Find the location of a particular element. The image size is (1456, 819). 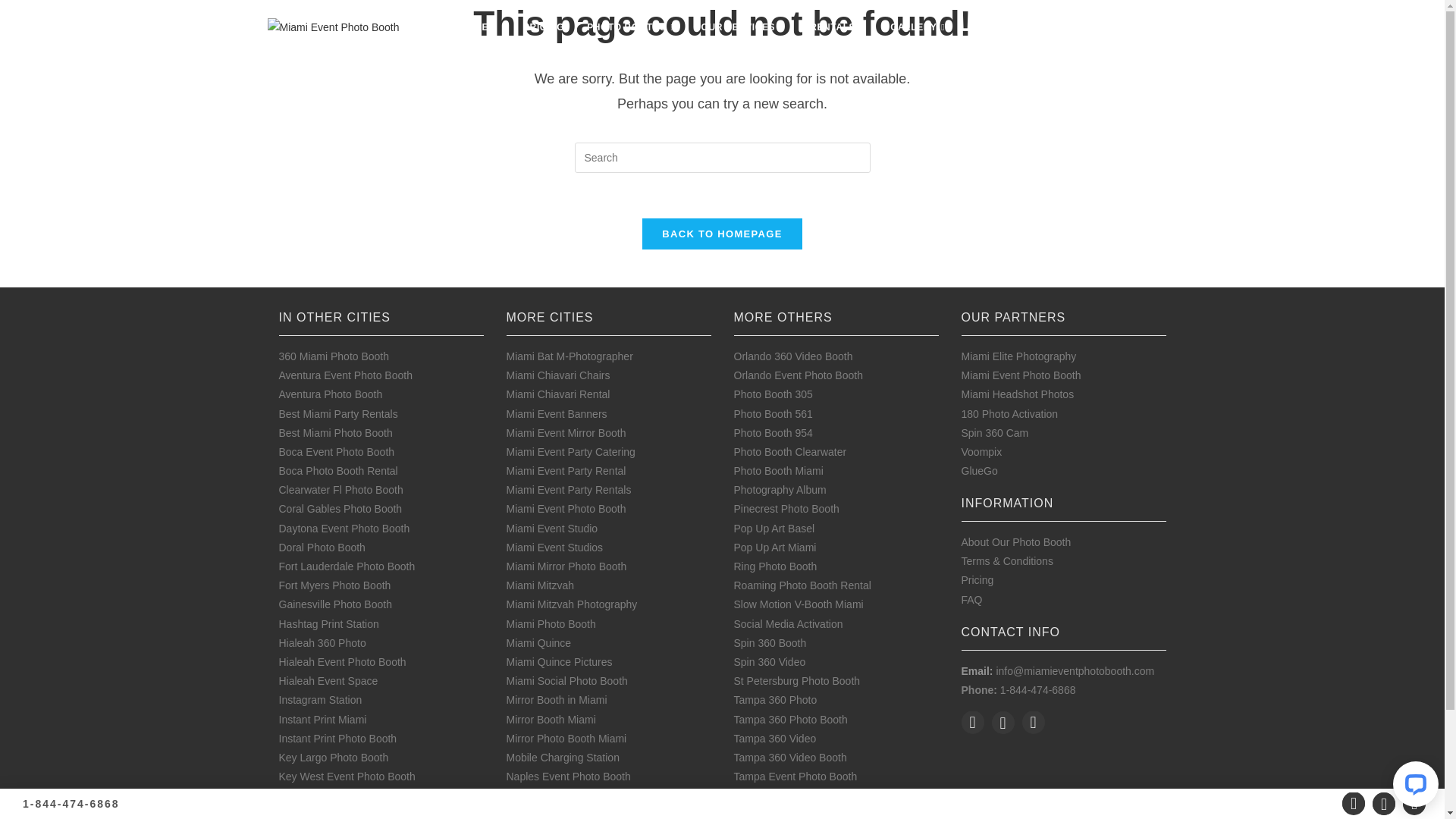

'Best Miami Photo Booth' is located at coordinates (334, 432).